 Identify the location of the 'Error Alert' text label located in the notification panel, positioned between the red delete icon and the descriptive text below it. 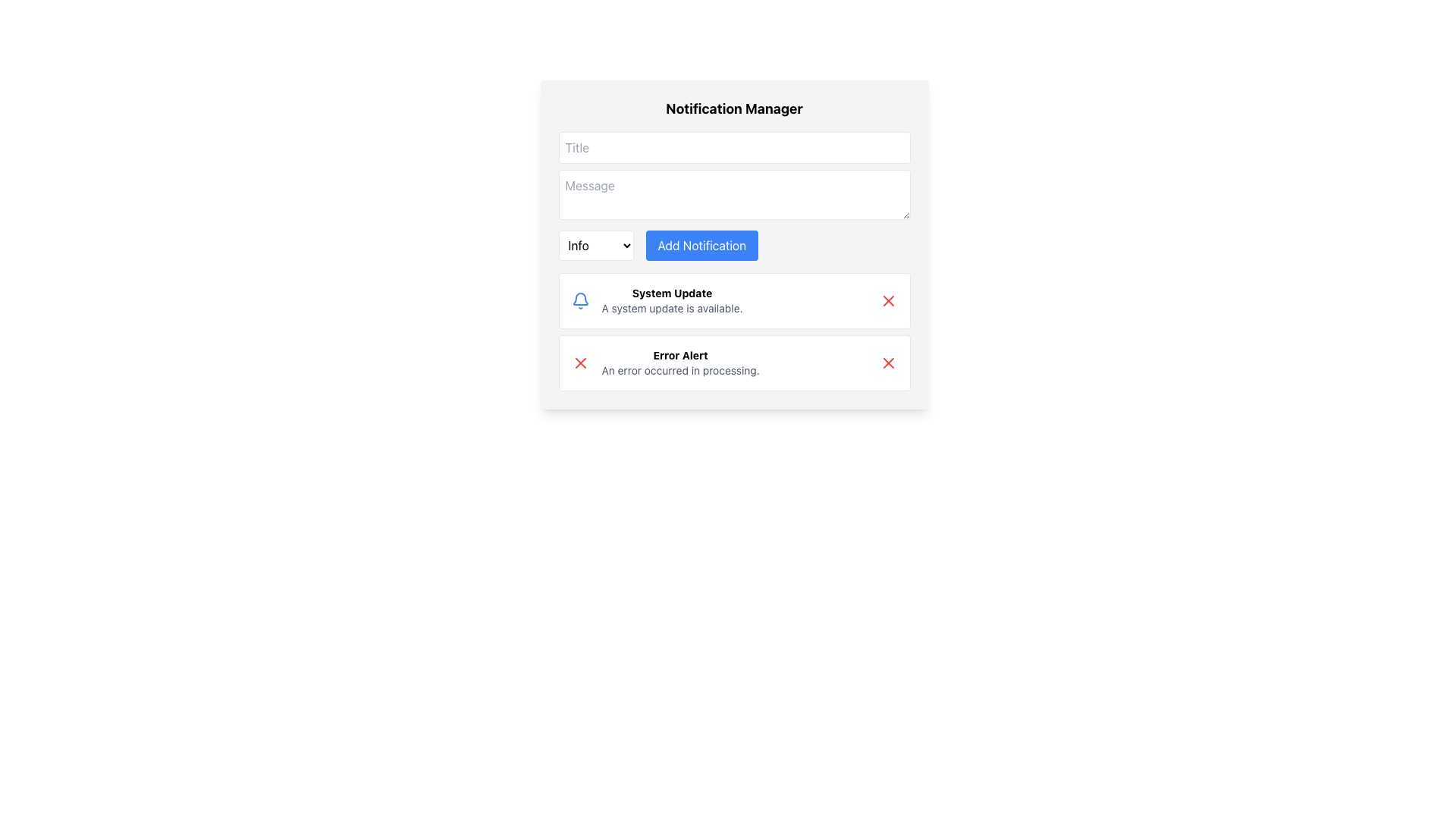
(679, 356).